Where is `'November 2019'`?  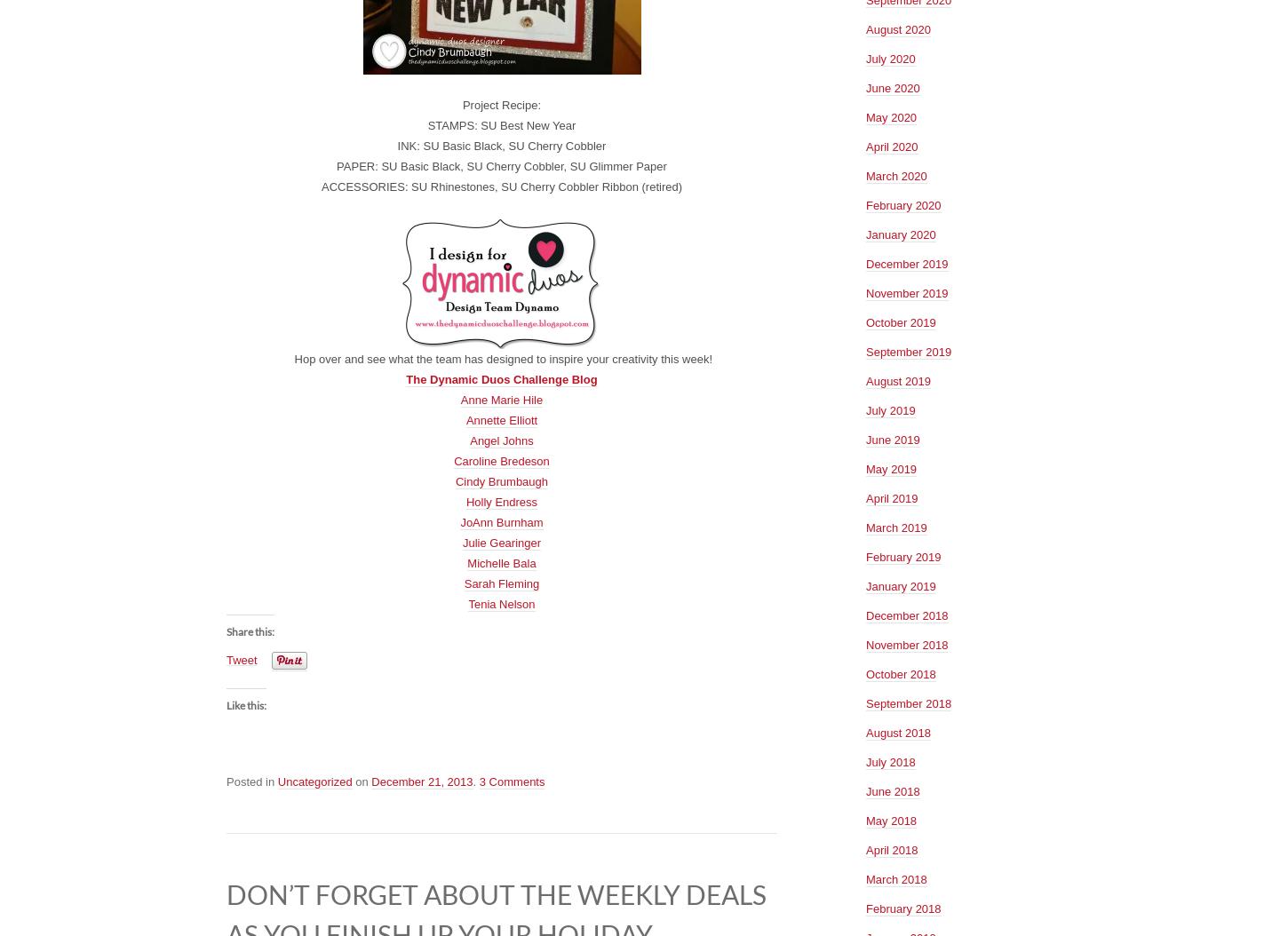
'November 2019' is located at coordinates (906, 292).